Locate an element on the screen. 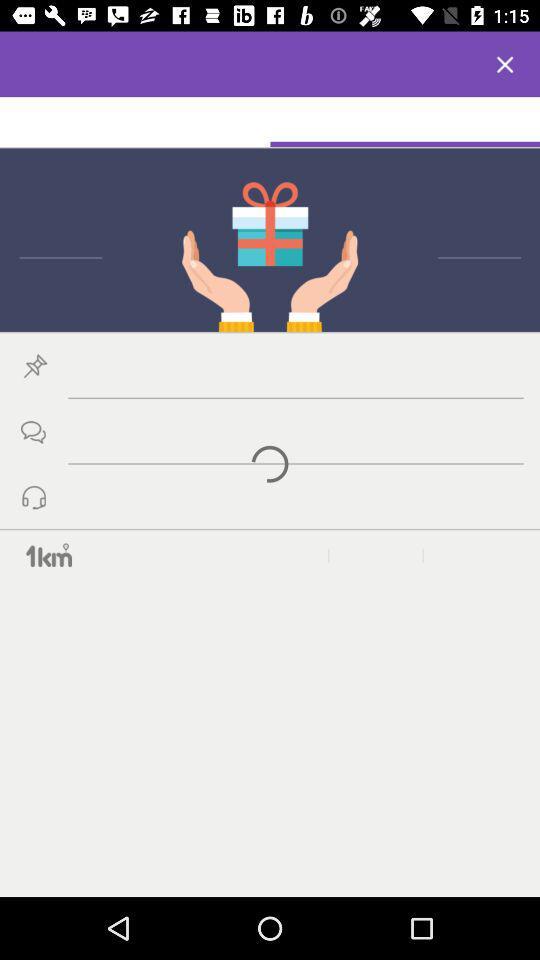 This screenshot has width=540, height=960. x is located at coordinates (504, 64).